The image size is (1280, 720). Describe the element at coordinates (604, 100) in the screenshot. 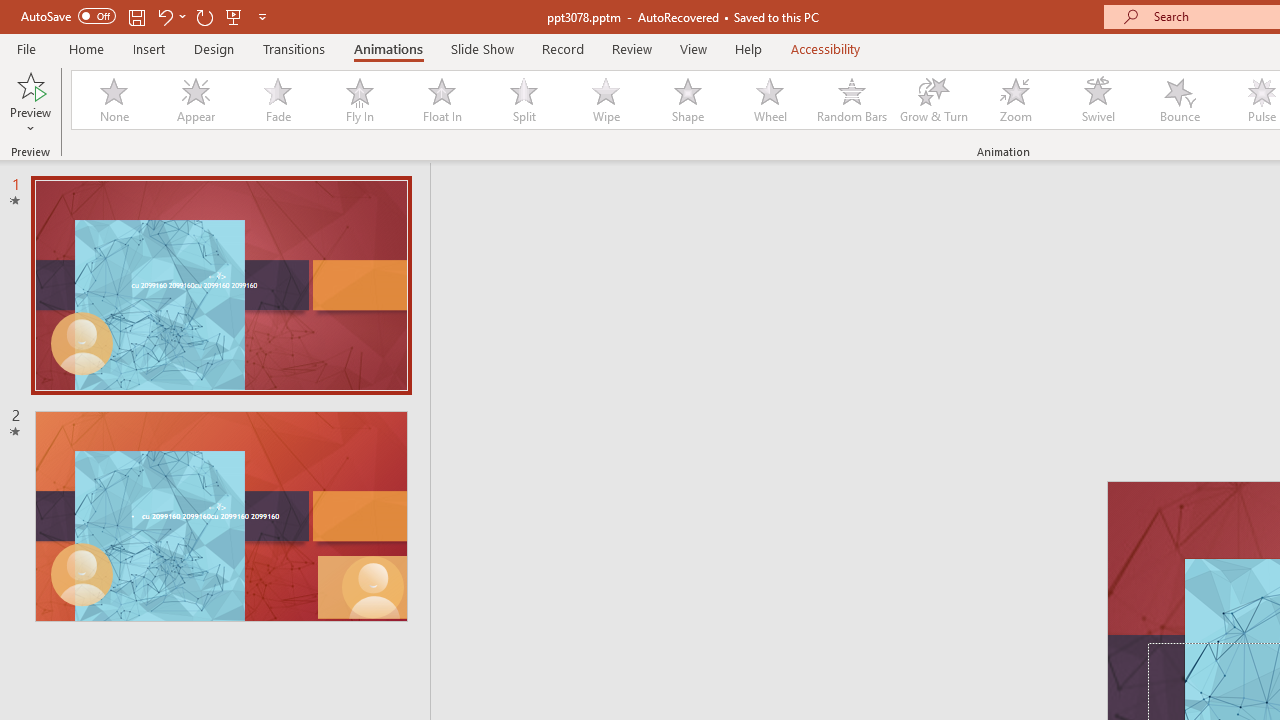

I see `'Wipe'` at that location.